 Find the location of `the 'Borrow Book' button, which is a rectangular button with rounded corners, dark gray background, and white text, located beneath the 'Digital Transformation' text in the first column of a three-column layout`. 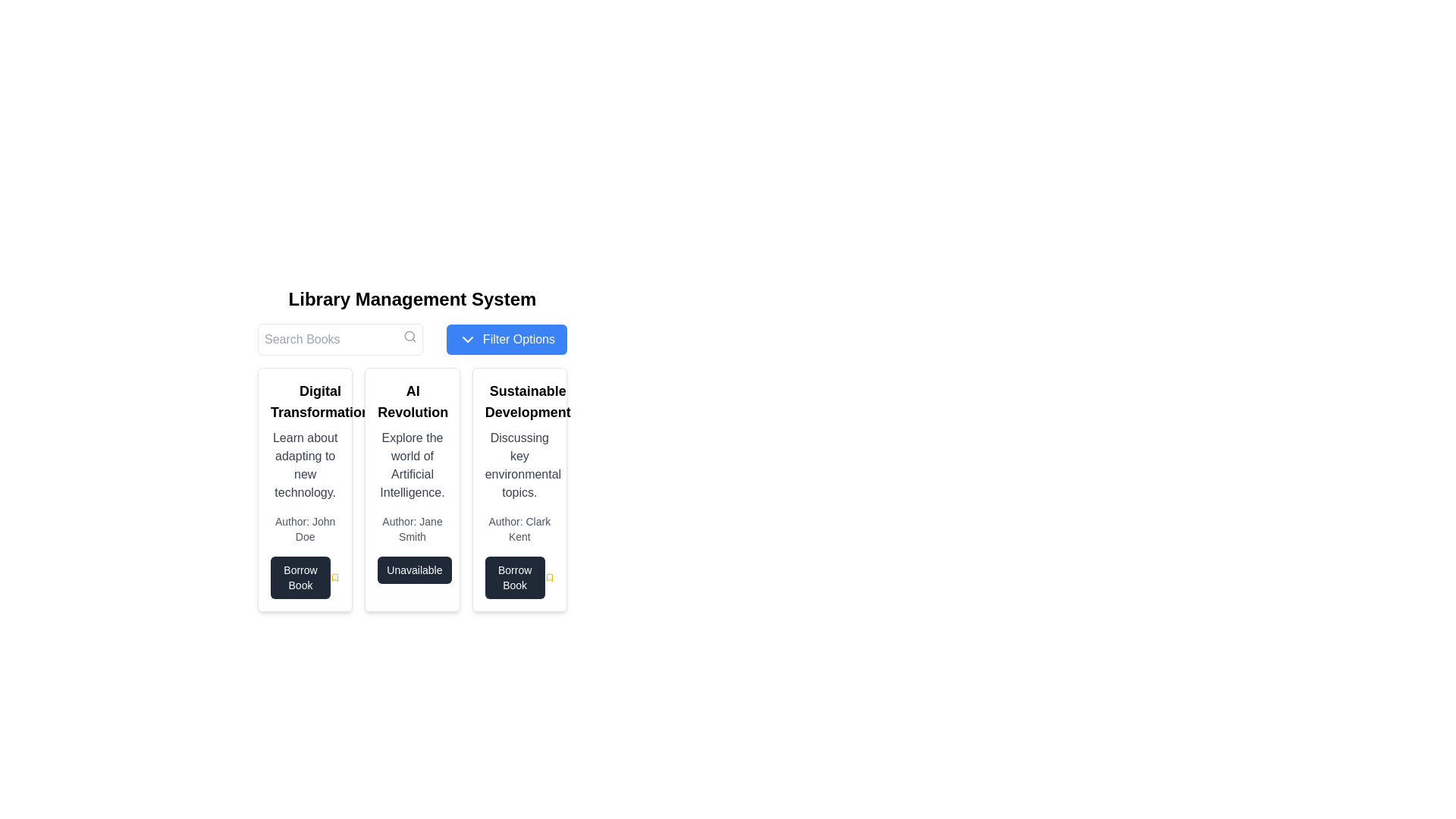

the 'Borrow Book' button, which is a rectangular button with rounded corners, dark gray background, and white text, located beneath the 'Digital Transformation' text in the first column of a three-column layout is located at coordinates (300, 578).